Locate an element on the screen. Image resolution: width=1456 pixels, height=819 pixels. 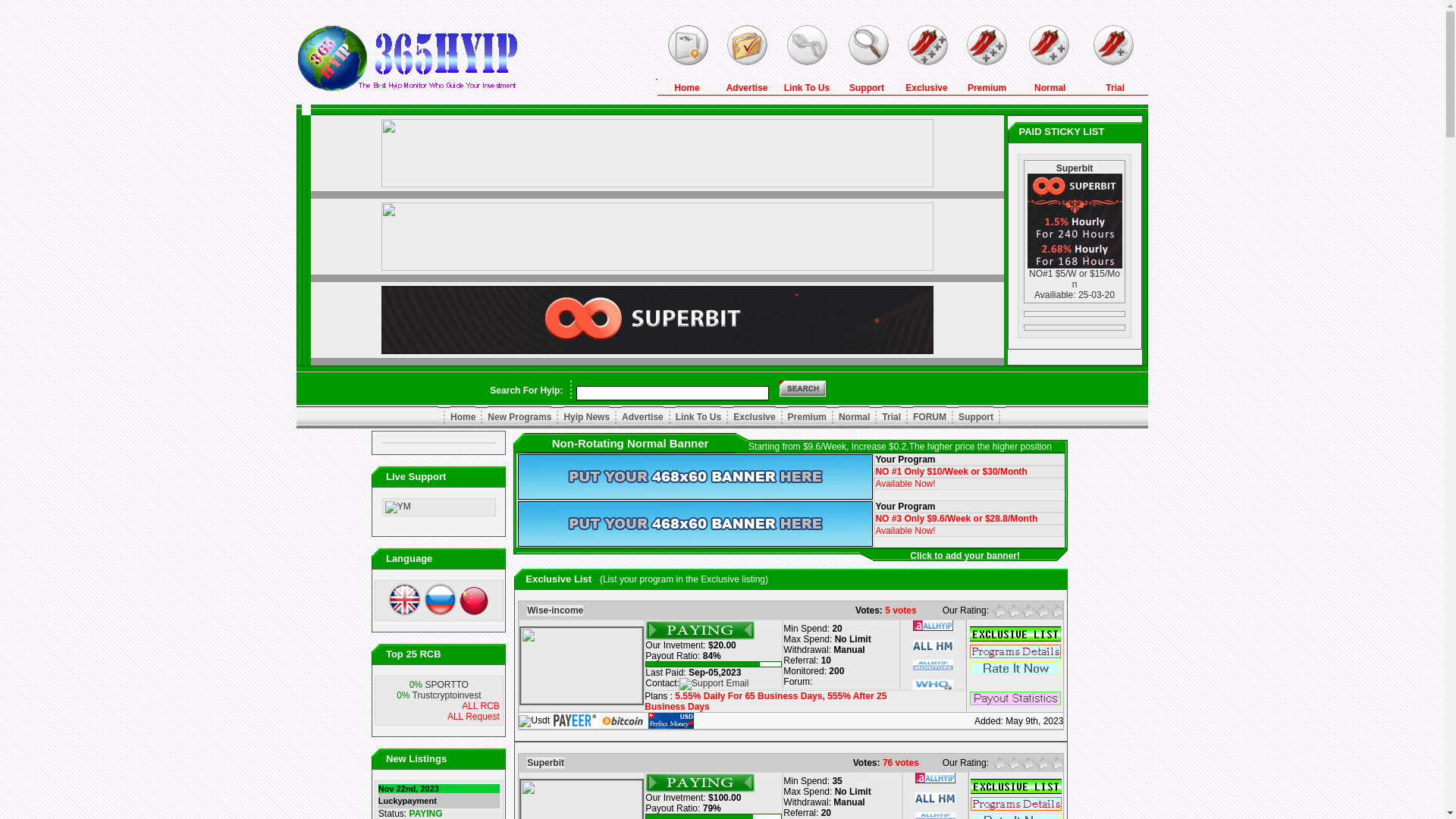
'ALL Request' is located at coordinates (447, 717).